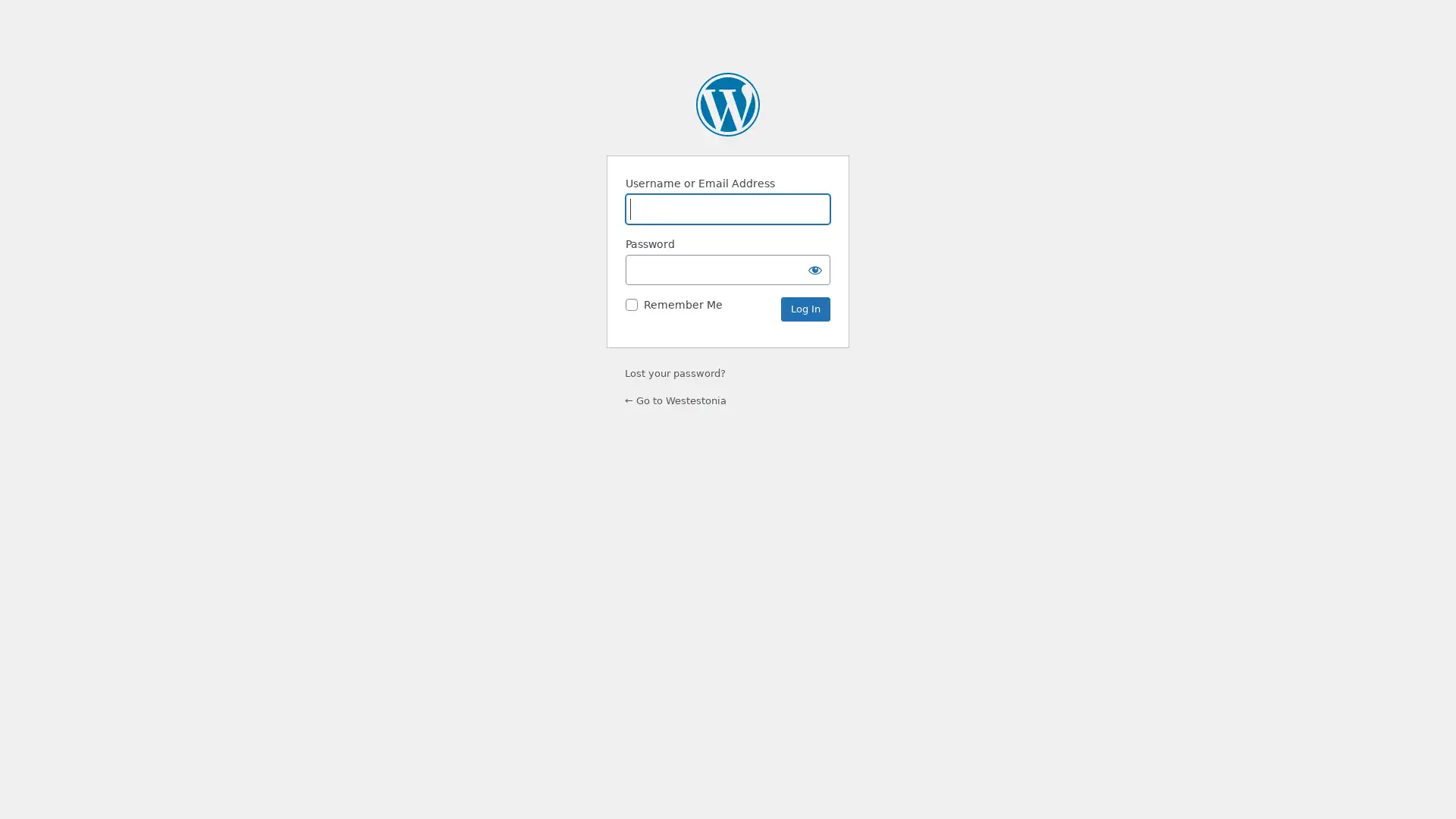 The image size is (1456, 819). I want to click on Log In, so click(805, 309).